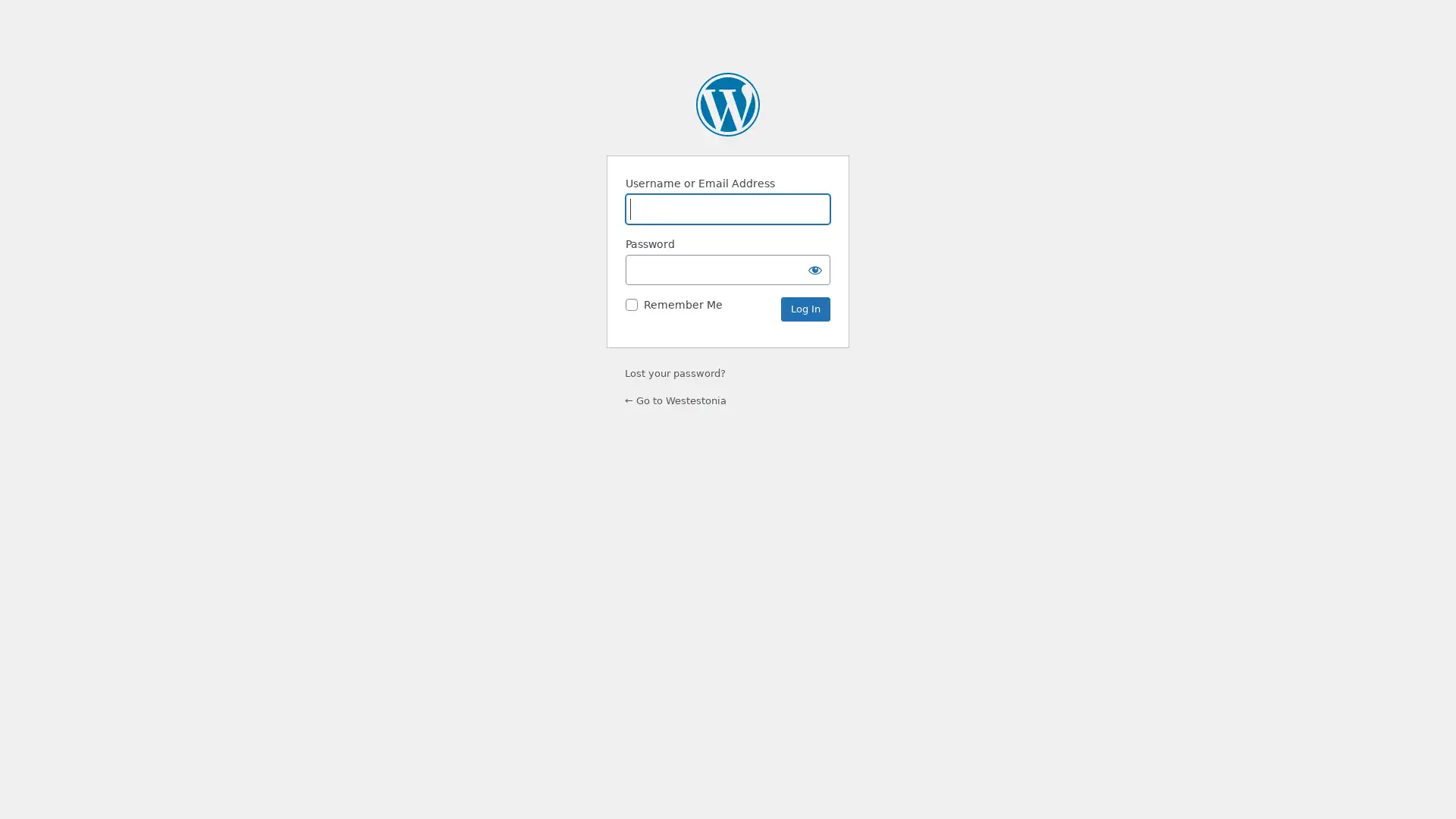 The image size is (1456, 819). I want to click on Log In, so click(805, 309).